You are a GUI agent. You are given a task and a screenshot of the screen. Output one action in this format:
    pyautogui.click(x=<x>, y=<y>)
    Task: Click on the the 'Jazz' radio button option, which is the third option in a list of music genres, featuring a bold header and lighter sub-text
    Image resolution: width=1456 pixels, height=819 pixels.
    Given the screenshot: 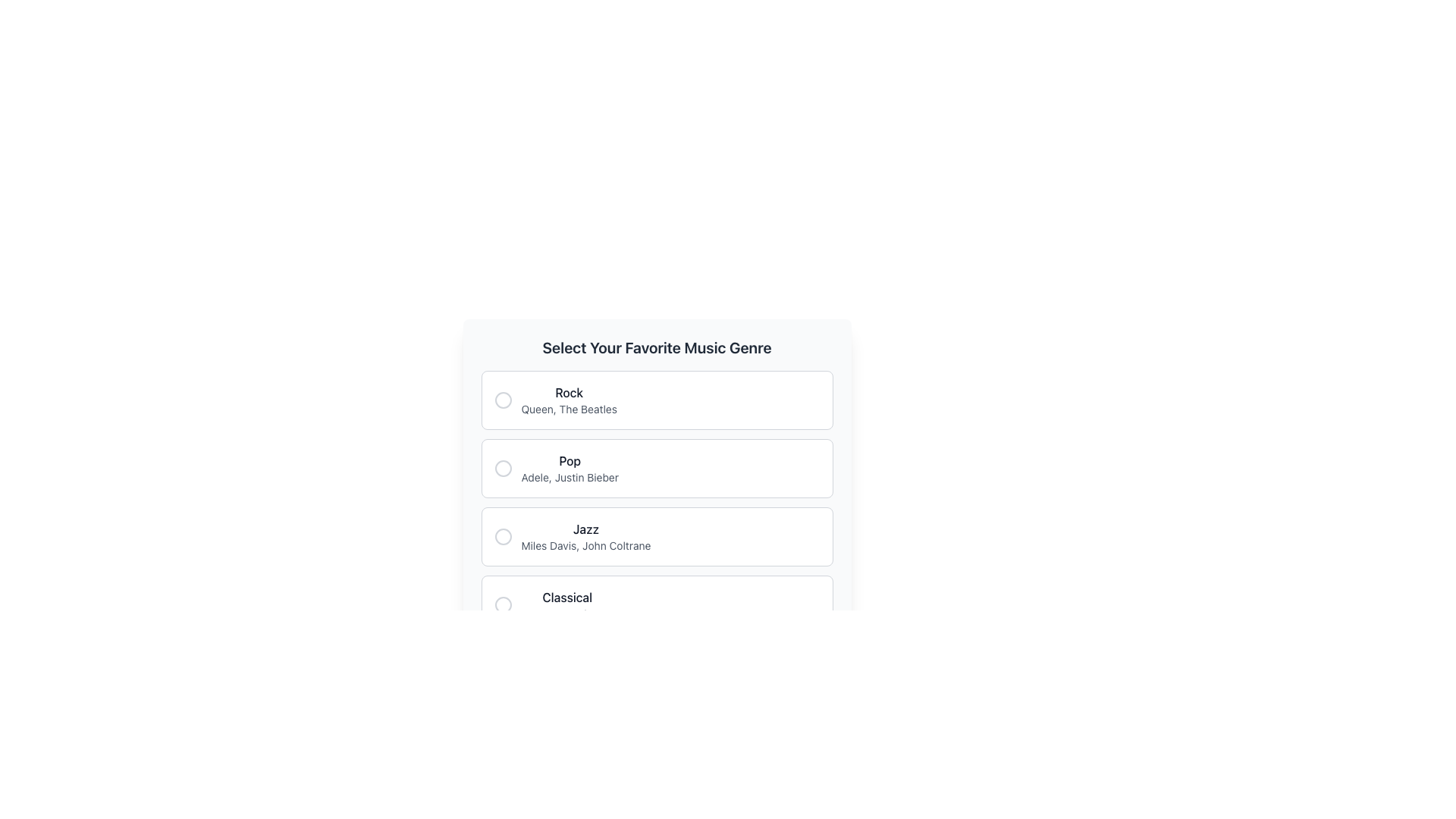 What is the action you would take?
    pyautogui.click(x=585, y=536)
    